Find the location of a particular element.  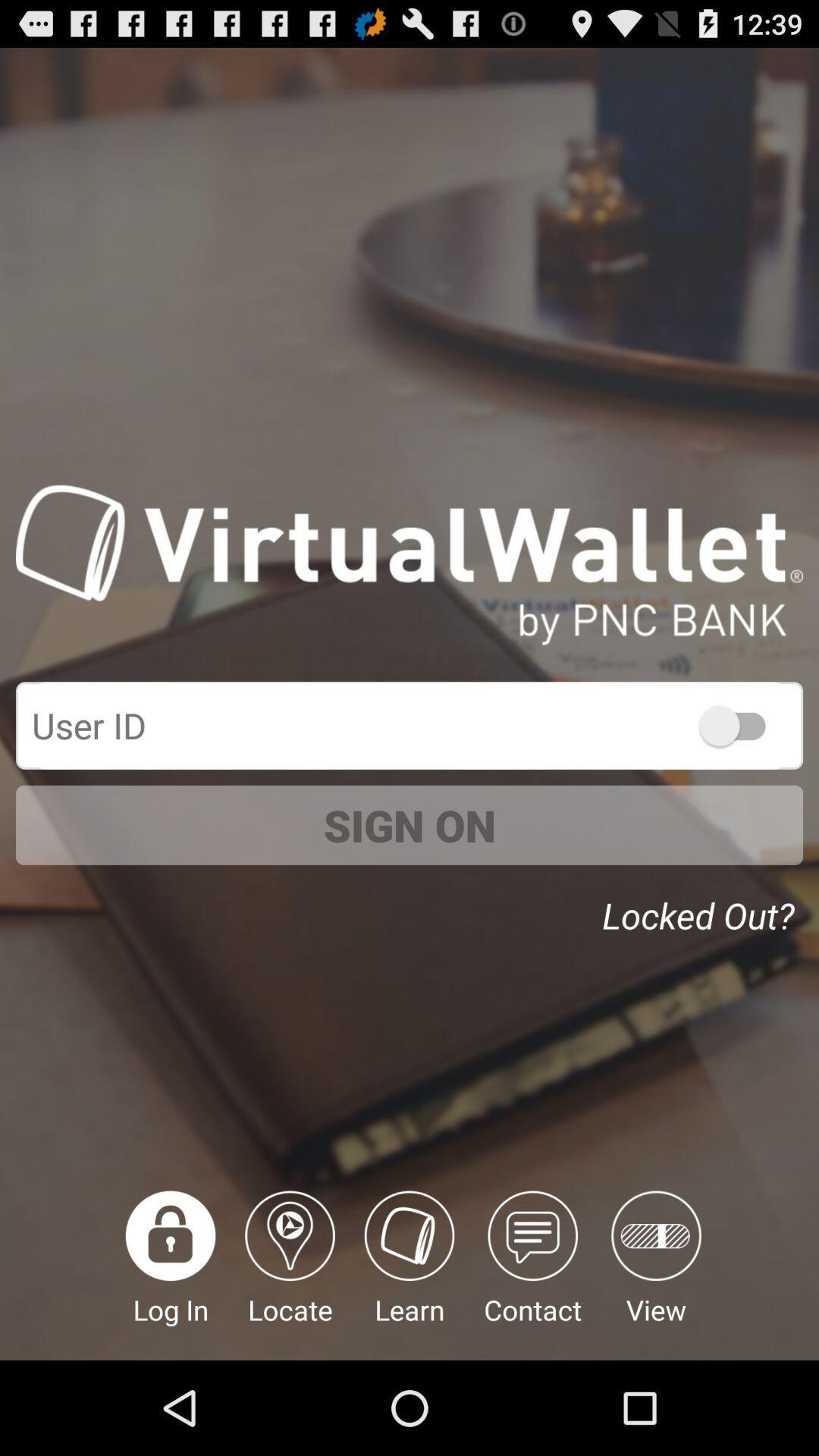

the icon below sign on item is located at coordinates (409, 1275).